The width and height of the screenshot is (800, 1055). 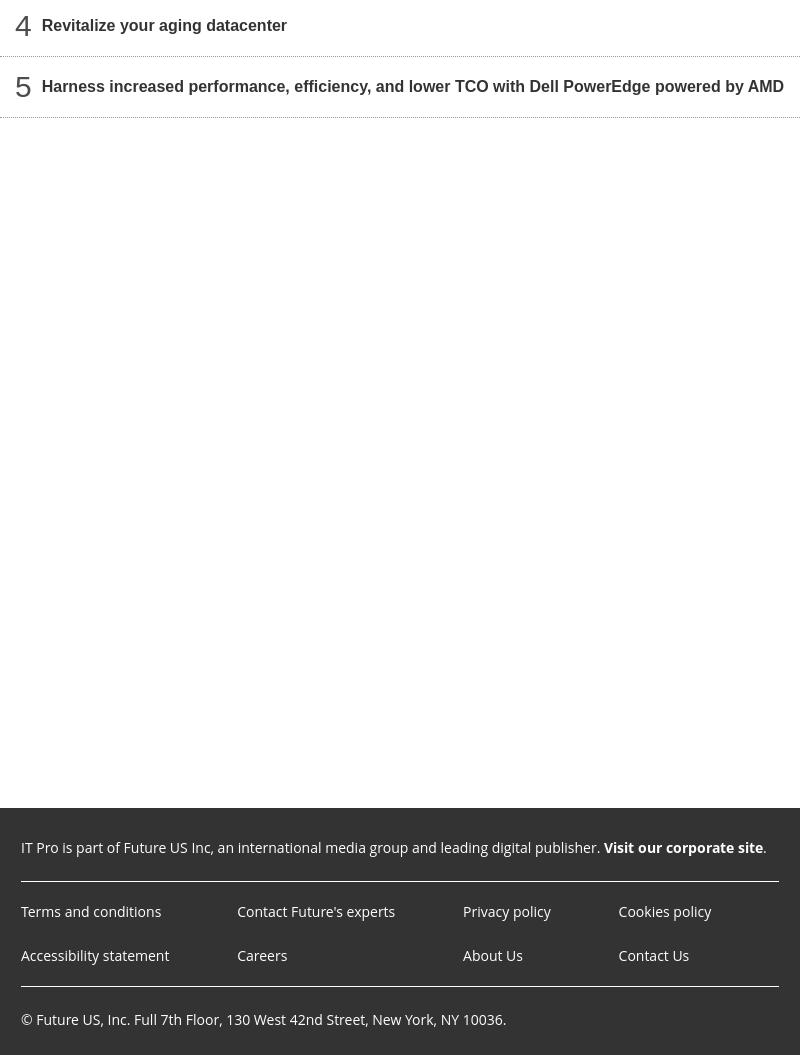 I want to click on 'Visit our corporate site', so click(x=683, y=847).